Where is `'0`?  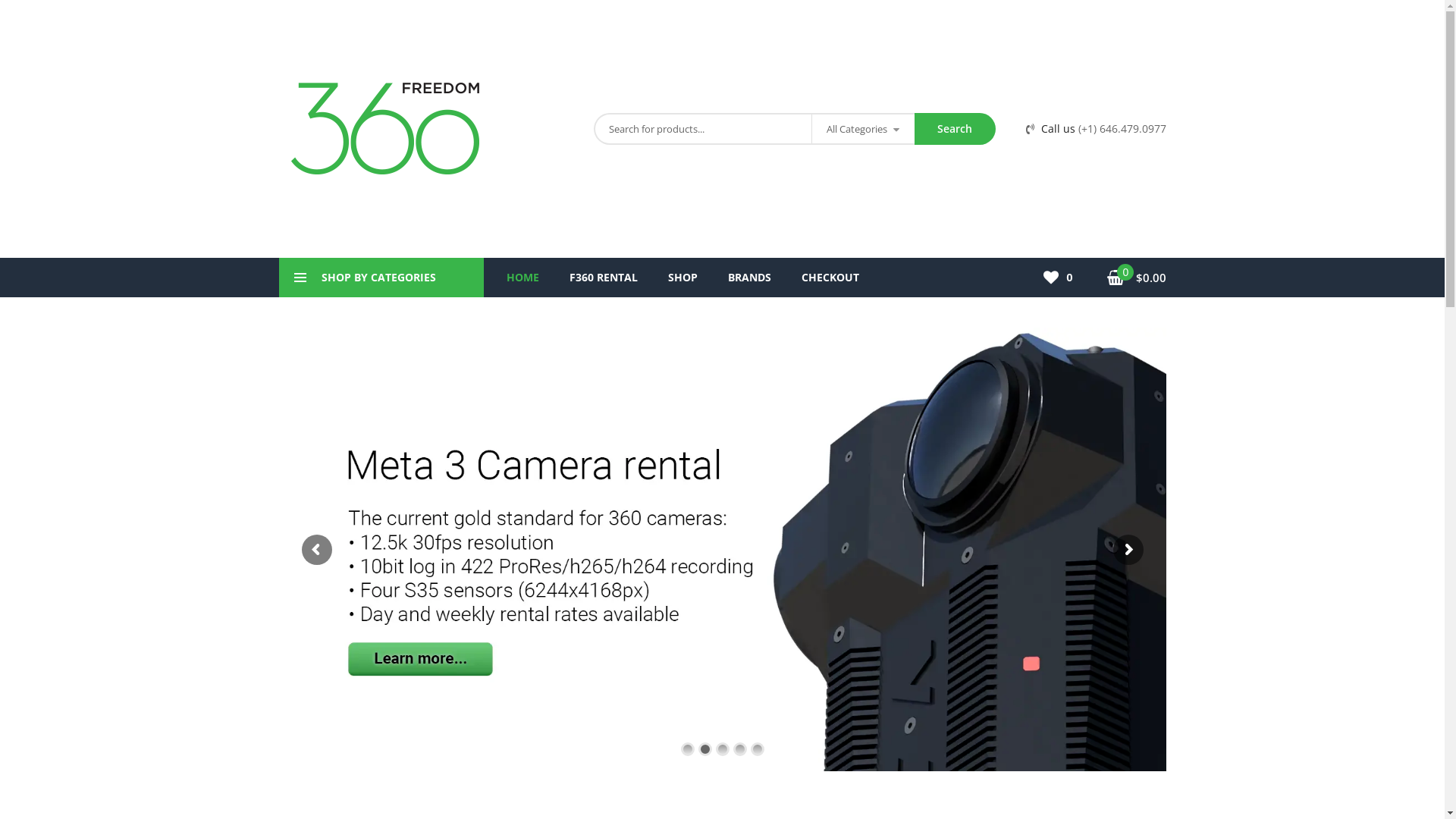
'0 is located at coordinates (1136, 278).